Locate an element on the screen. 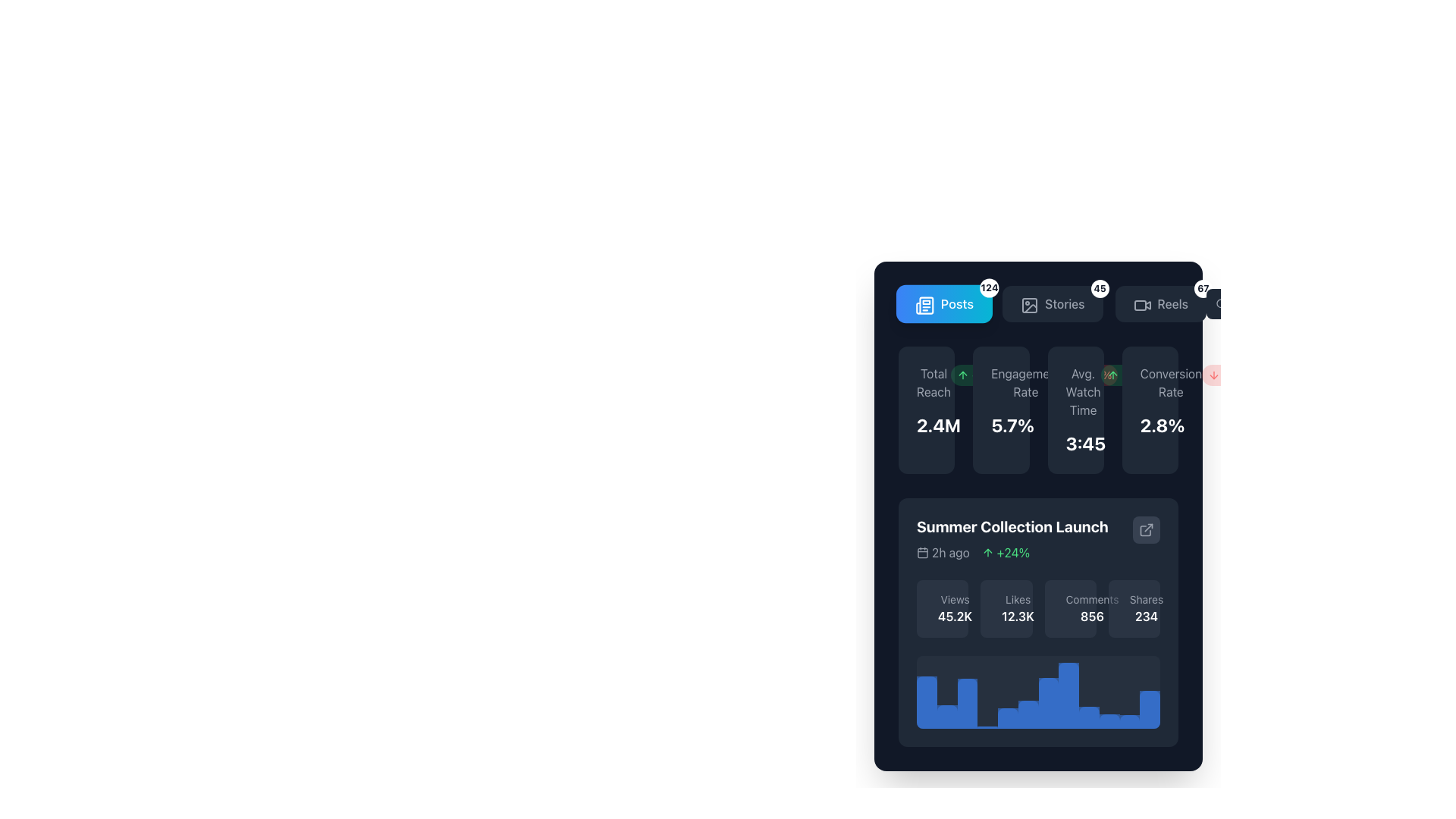 The height and width of the screenshot is (819, 1456). the second bar from the left in the horizontal bar chart at the bottom section of the dashboard card labeled 'Summer Collection Launch' is located at coordinates (946, 717).